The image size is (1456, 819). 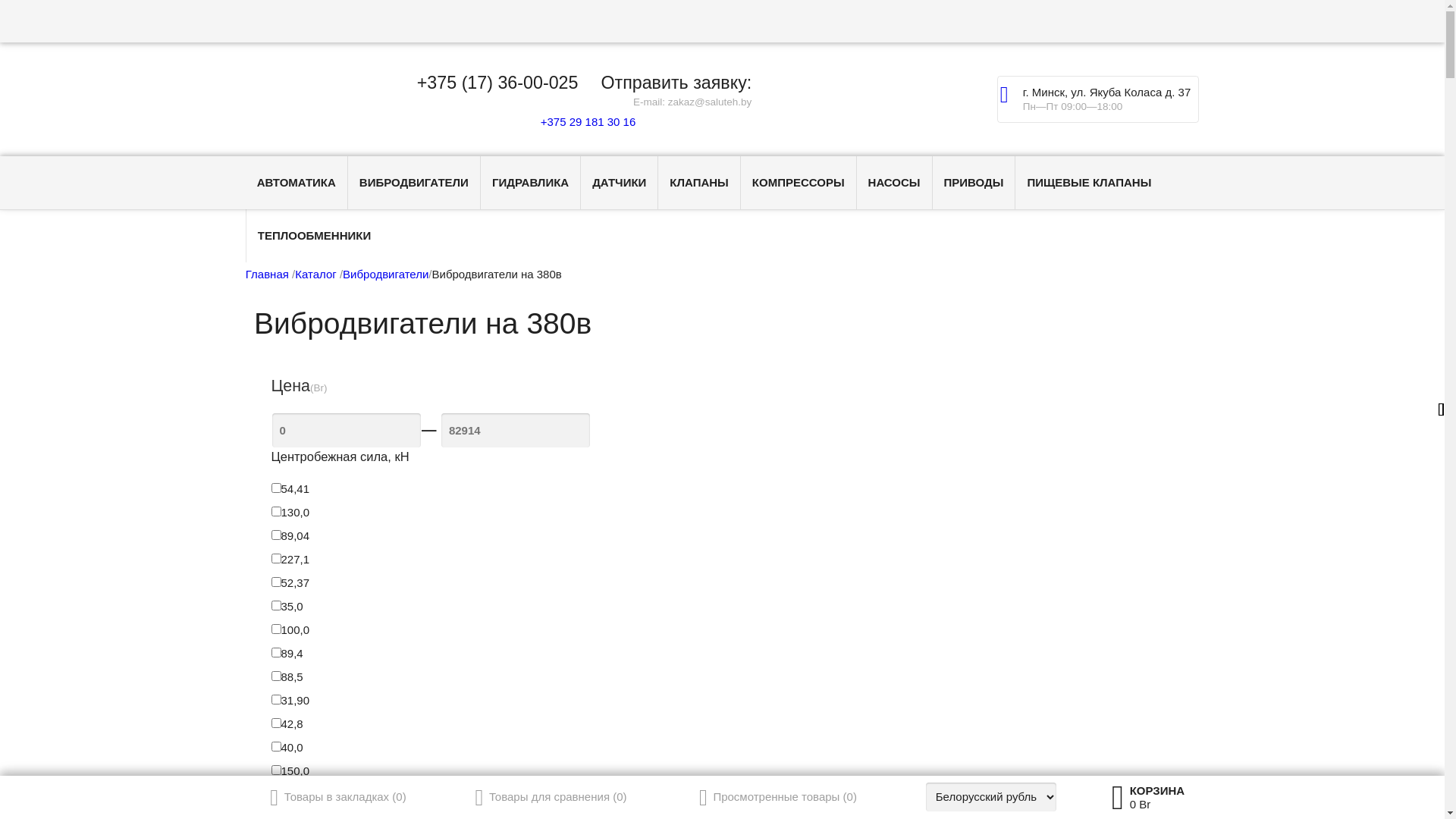 I want to click on '+375 29 181 30 16', so click(x=584, y=121).